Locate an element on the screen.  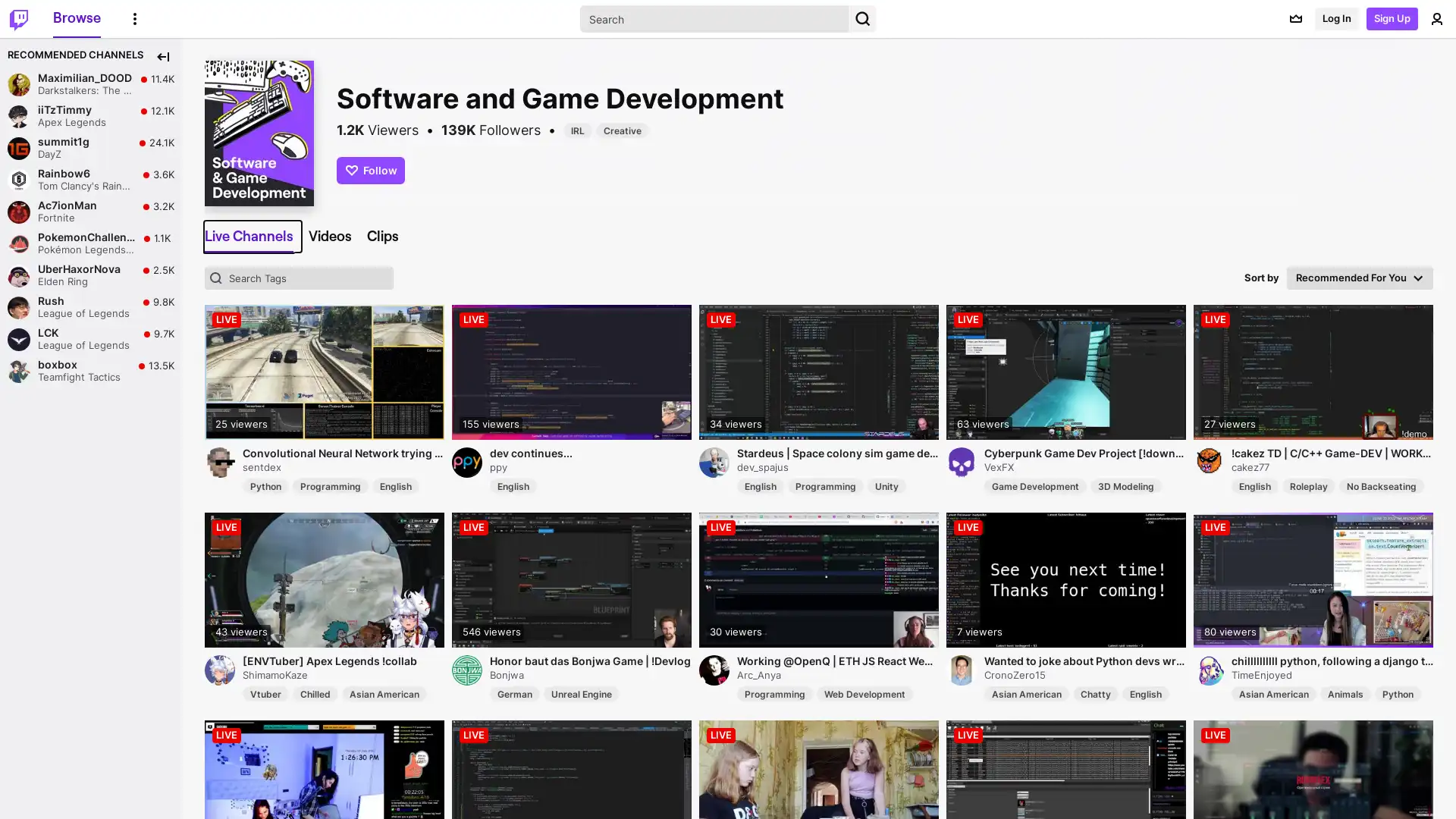
Web Development is located at coordinates (864, 693).